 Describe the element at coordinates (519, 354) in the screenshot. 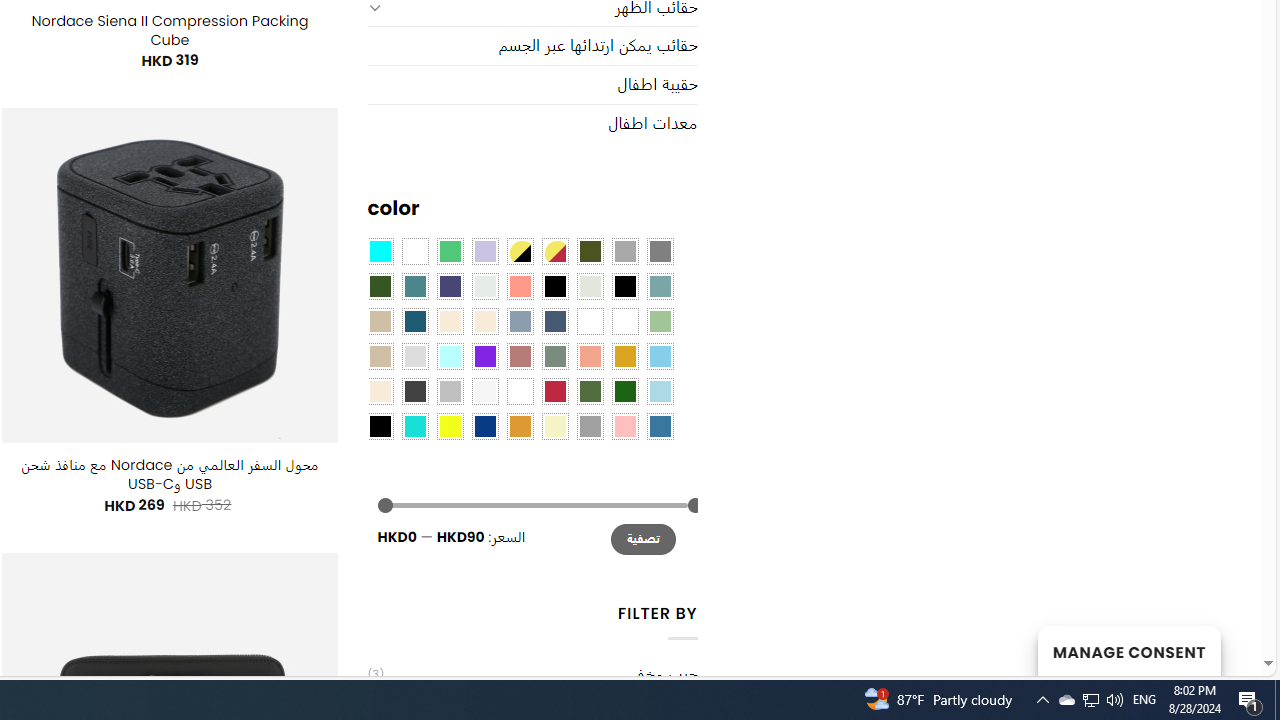

I see `'Rose'` at that location.